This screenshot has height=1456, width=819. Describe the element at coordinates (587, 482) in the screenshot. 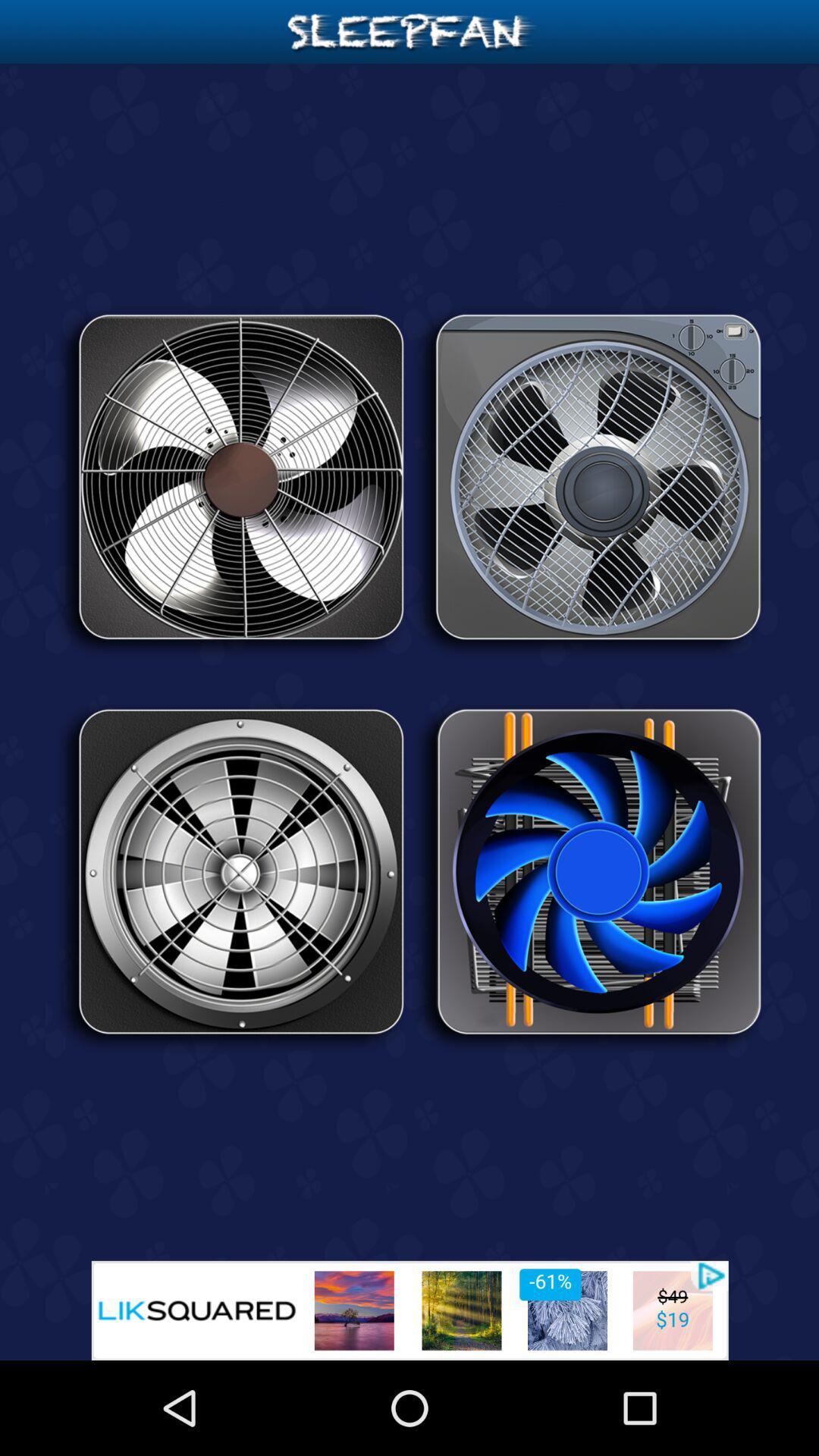

I see `this element will choose the selected fan` at that location.